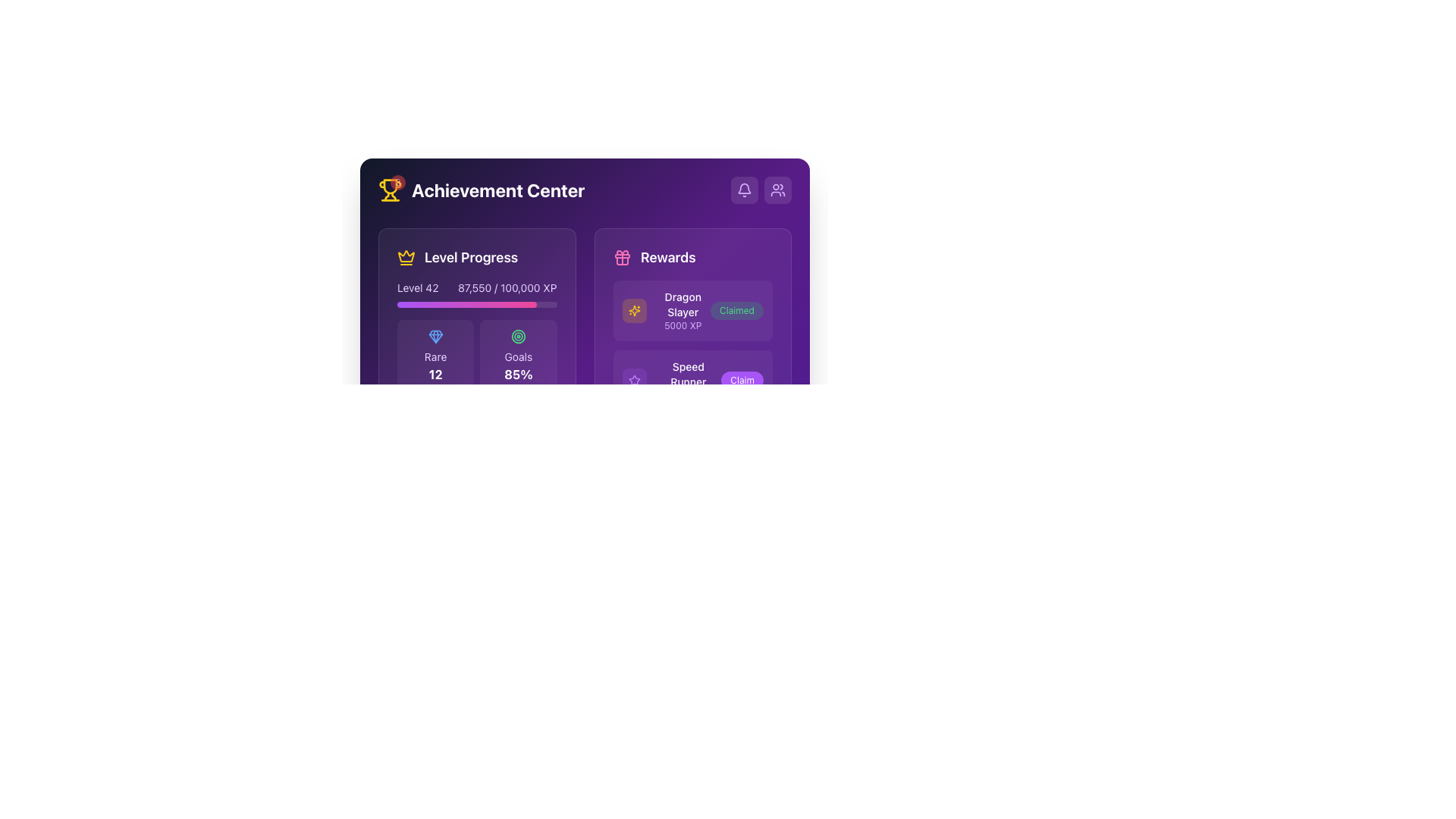 The height and width of the screenshot is (819, 1456). I want to click on the text label that serves as a title for the 'Dragon Slayer' reward, positioned above the XP value text in the Rewards section, so click(687, 374).